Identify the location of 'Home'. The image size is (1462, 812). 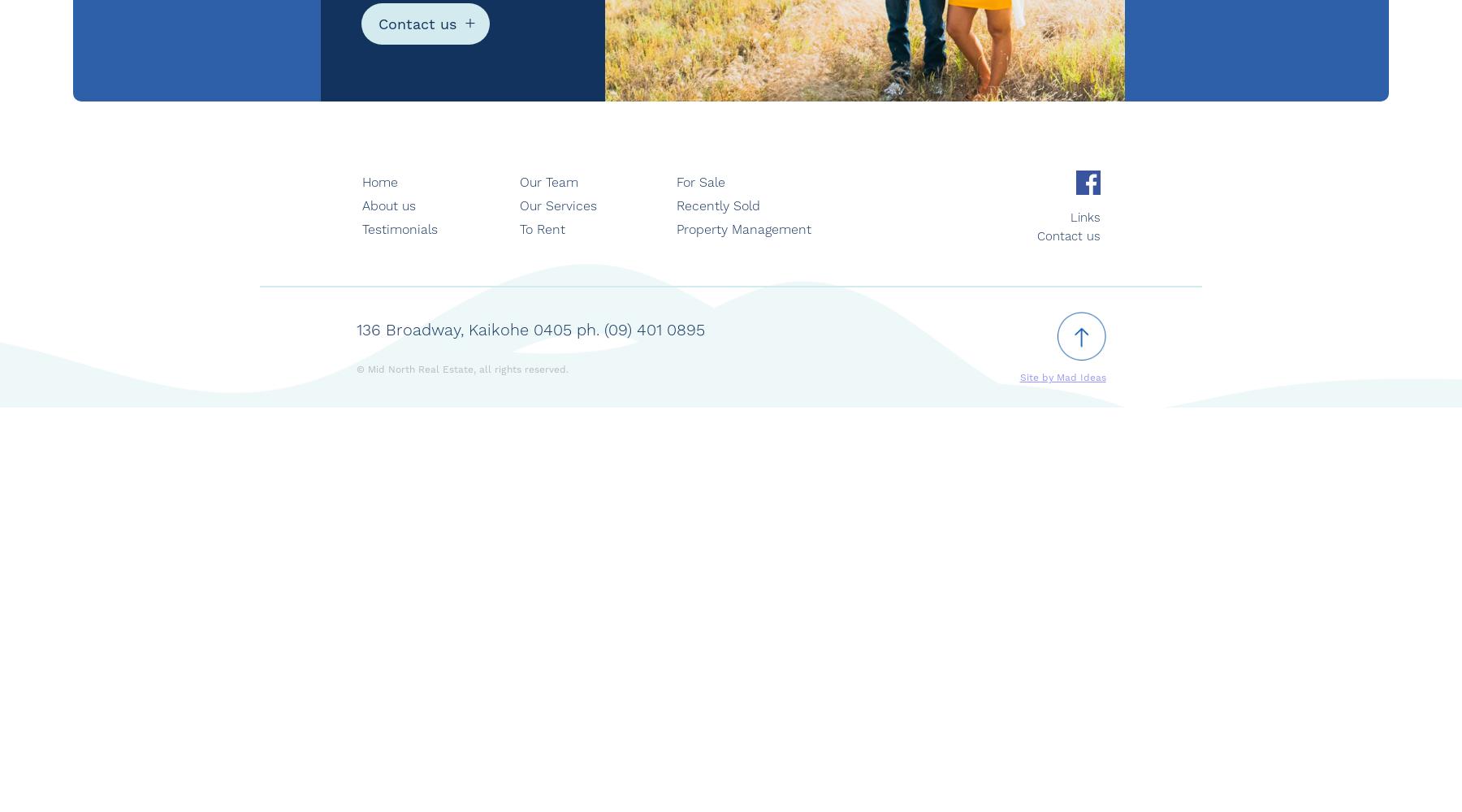
(379, 181).